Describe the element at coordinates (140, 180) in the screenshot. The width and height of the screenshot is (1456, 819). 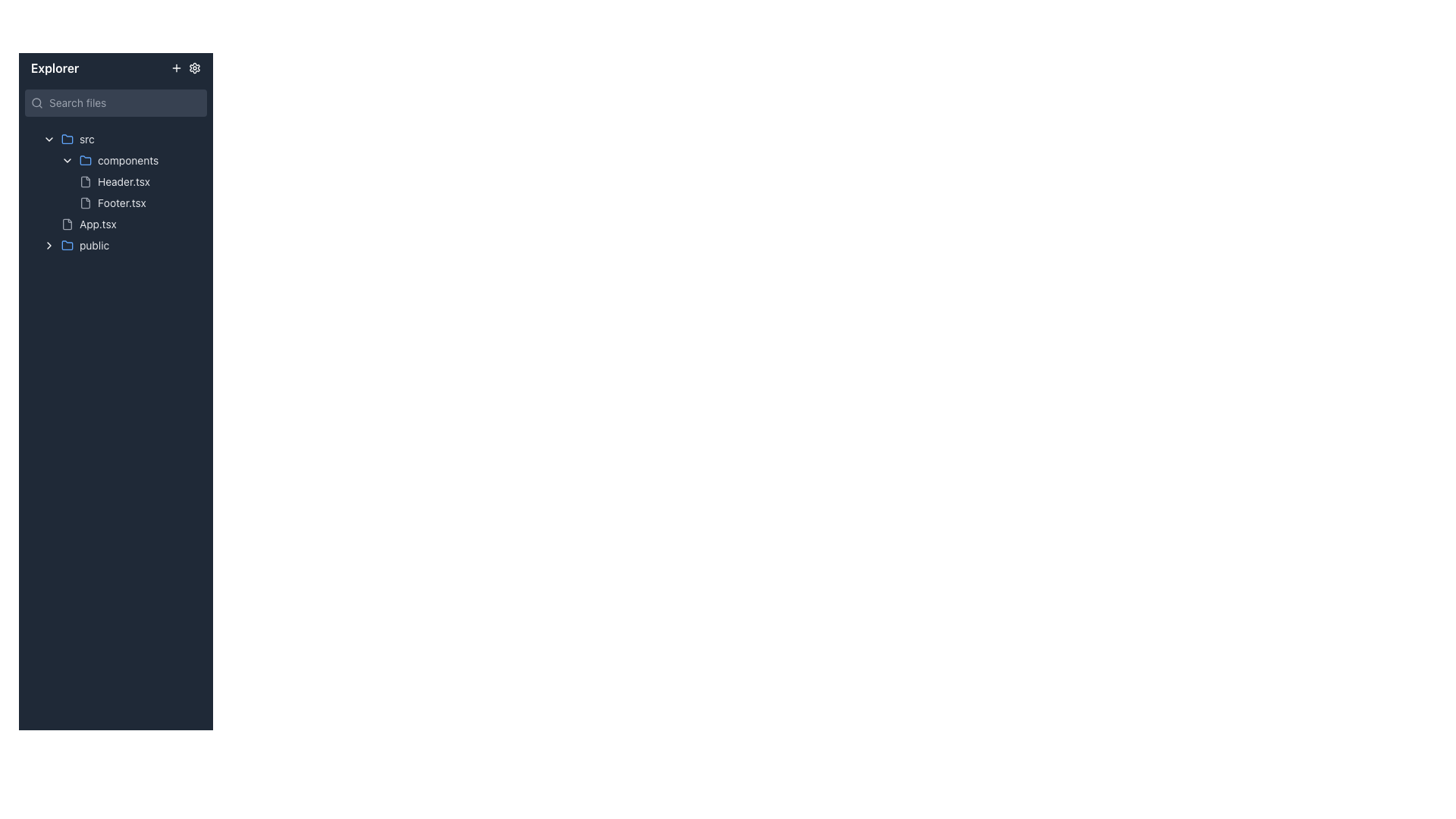
I see `the 'Header.tsx' text element in the file explorer sidebar` at that location.